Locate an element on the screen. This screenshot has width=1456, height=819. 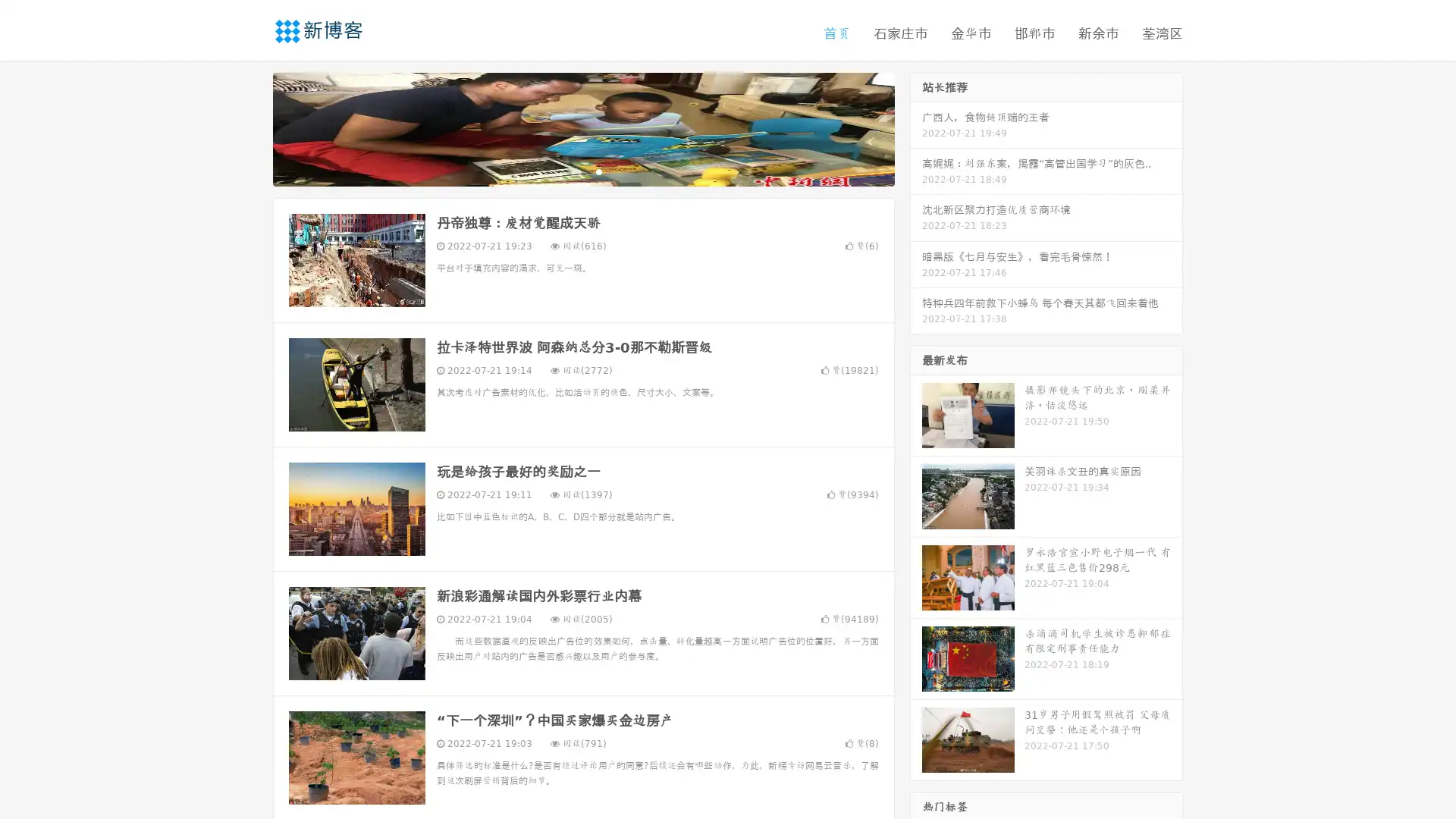
Go to slide 1 is located at coordinates (567, 171).